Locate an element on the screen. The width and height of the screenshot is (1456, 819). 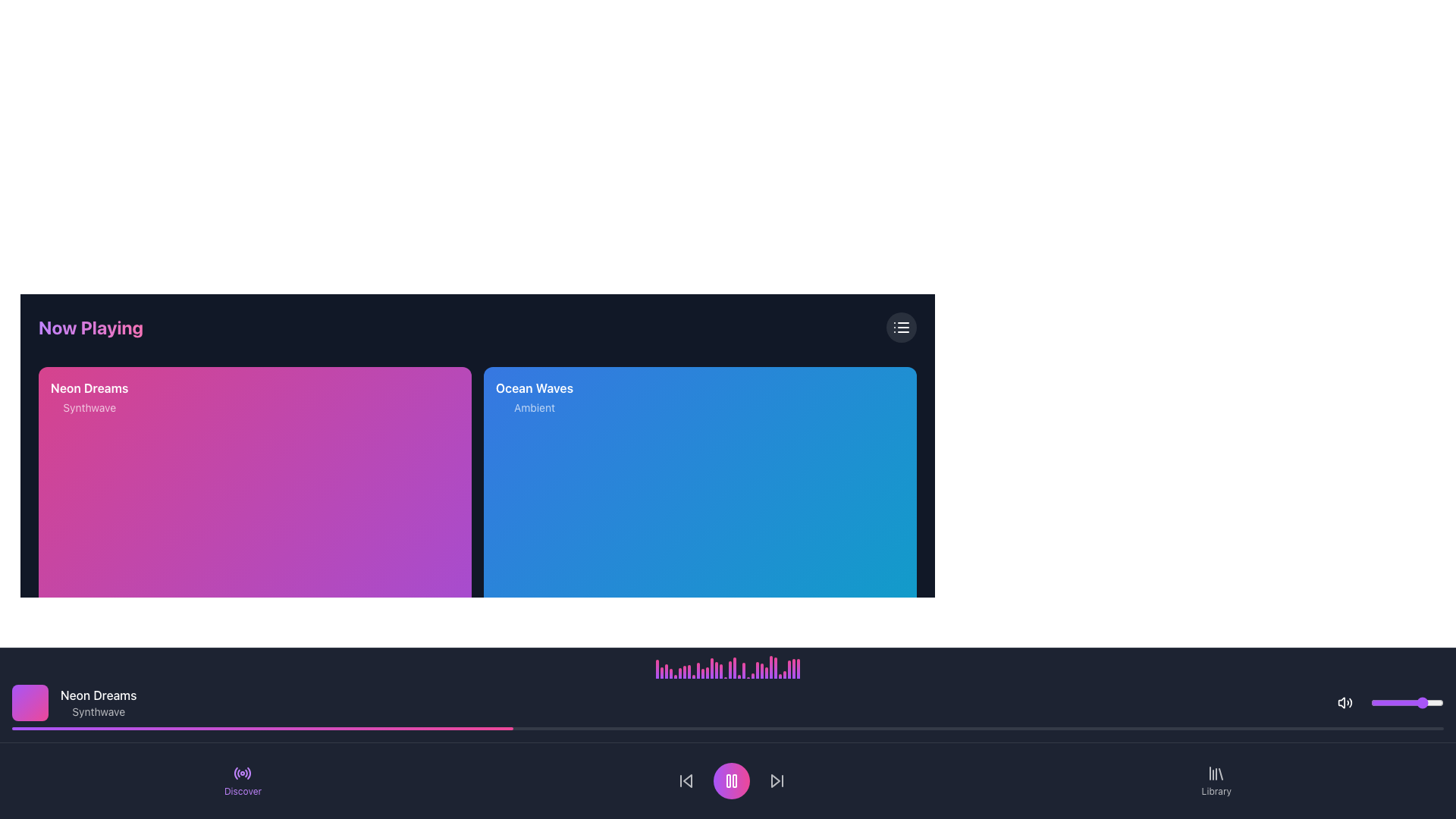
the 27th graphical bar in the visual equalizer as a visual indicator is located at coordinates (767, 669).